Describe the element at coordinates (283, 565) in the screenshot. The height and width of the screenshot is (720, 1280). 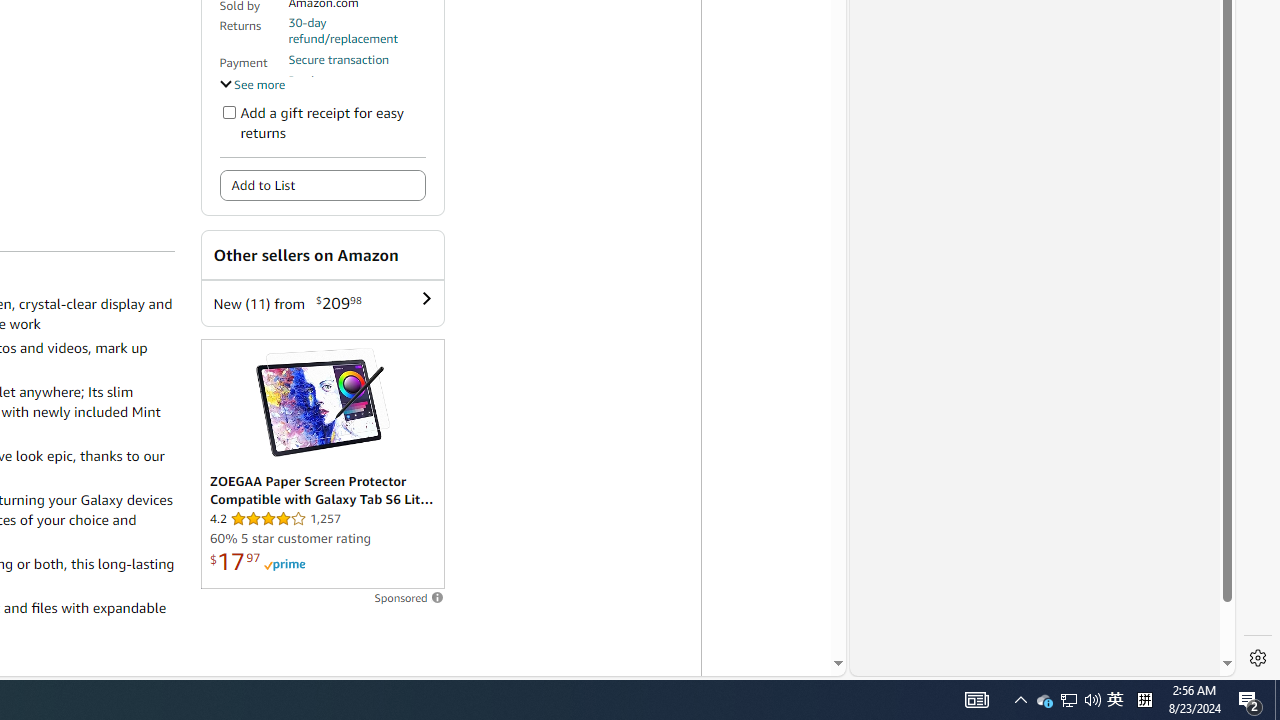
I see `'Prime'` at that location.